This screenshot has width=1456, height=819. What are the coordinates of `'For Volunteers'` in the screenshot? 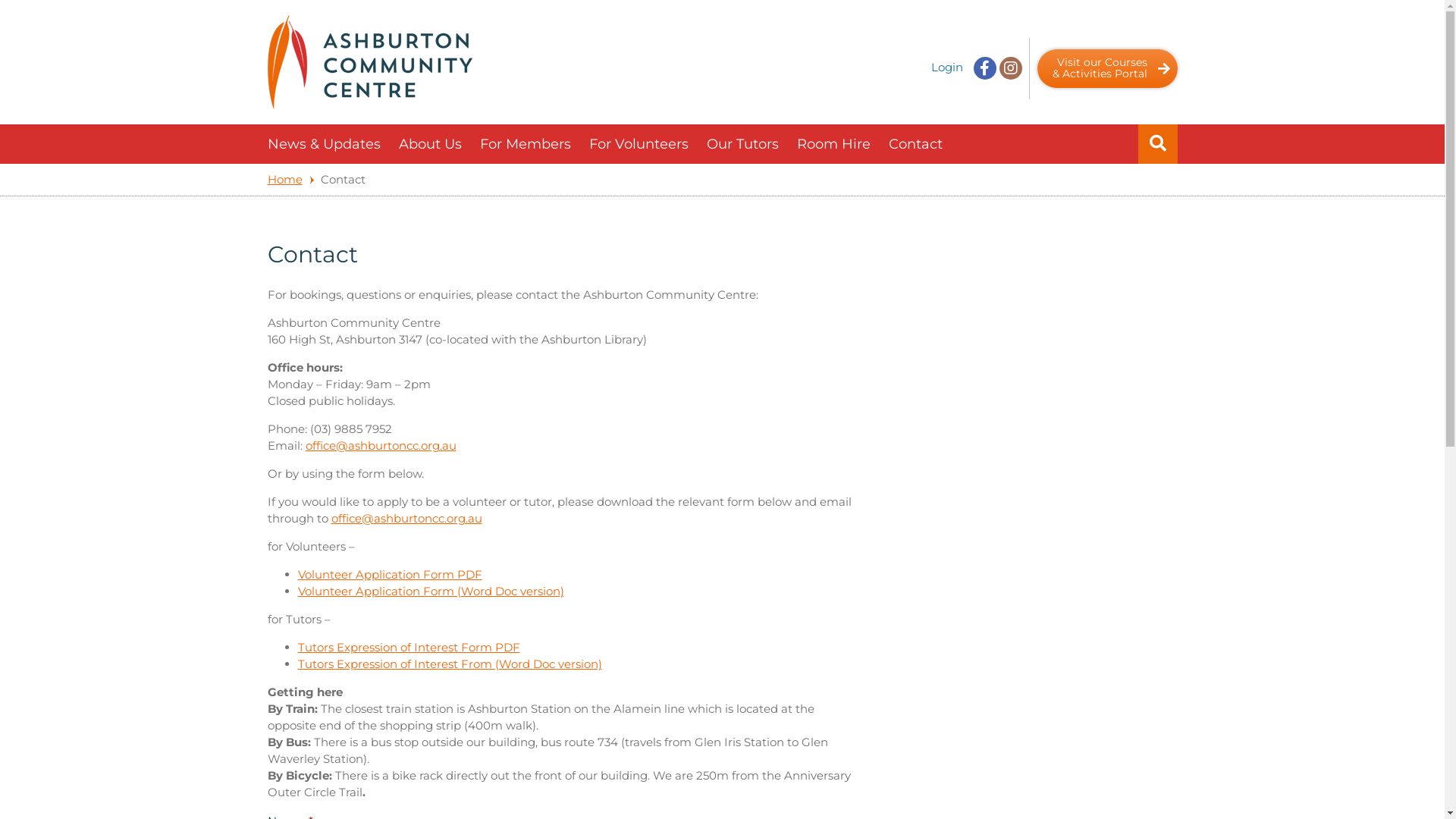 It's located at (638, 143).